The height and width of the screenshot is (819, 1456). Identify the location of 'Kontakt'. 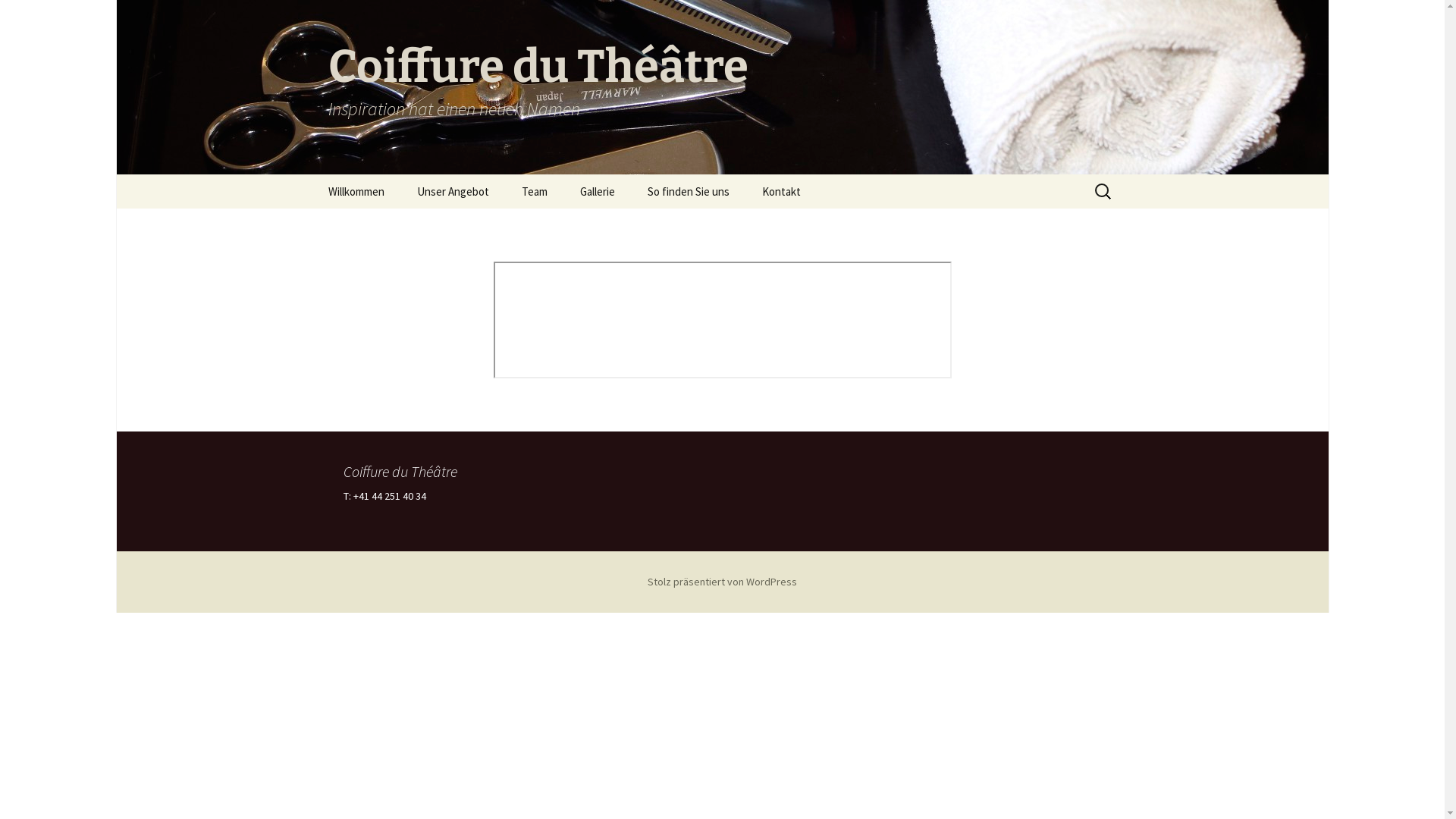
(780, 190).